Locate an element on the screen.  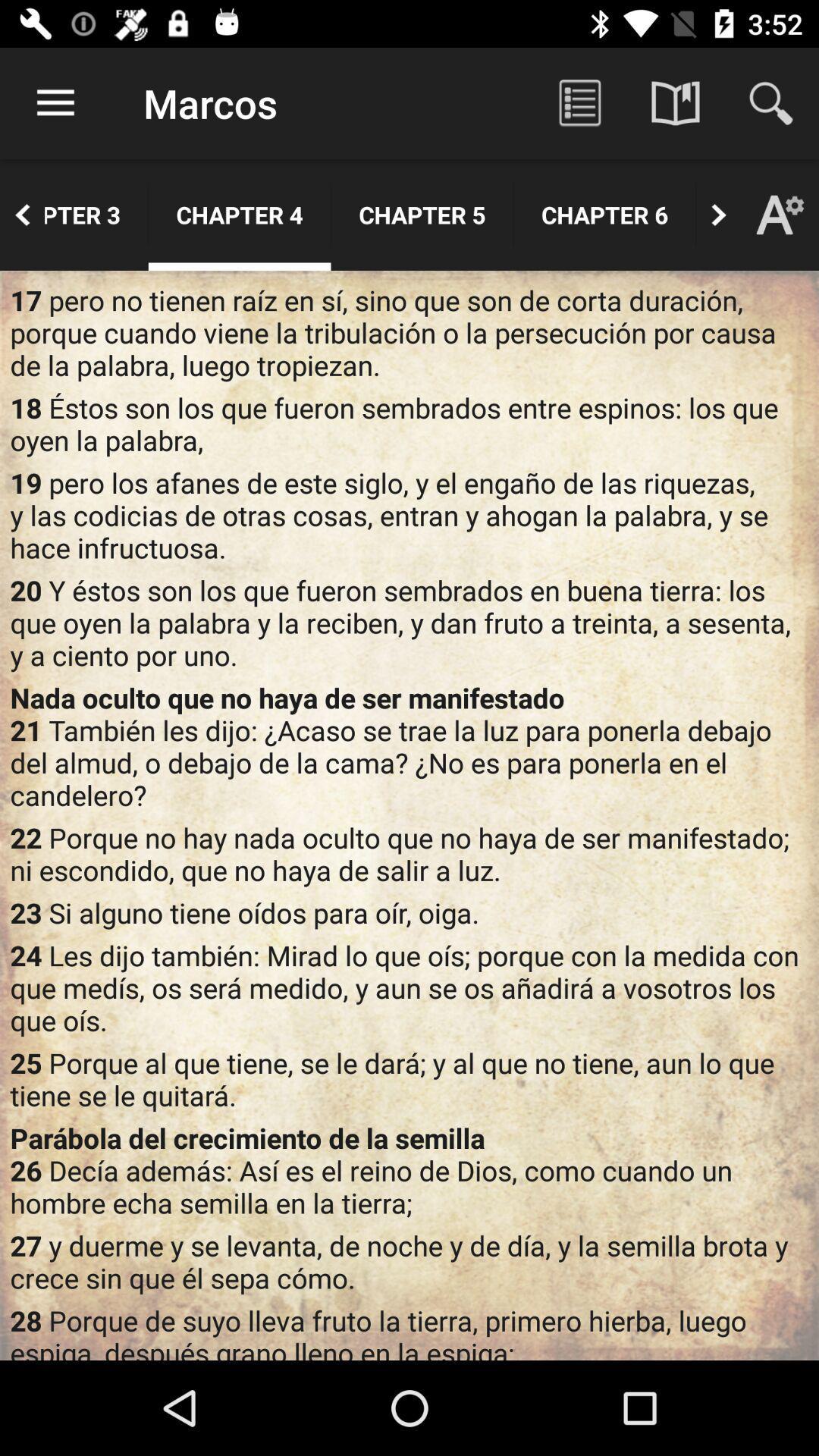
app to the left of chapter 6 app is located at coordinates (422, 214).